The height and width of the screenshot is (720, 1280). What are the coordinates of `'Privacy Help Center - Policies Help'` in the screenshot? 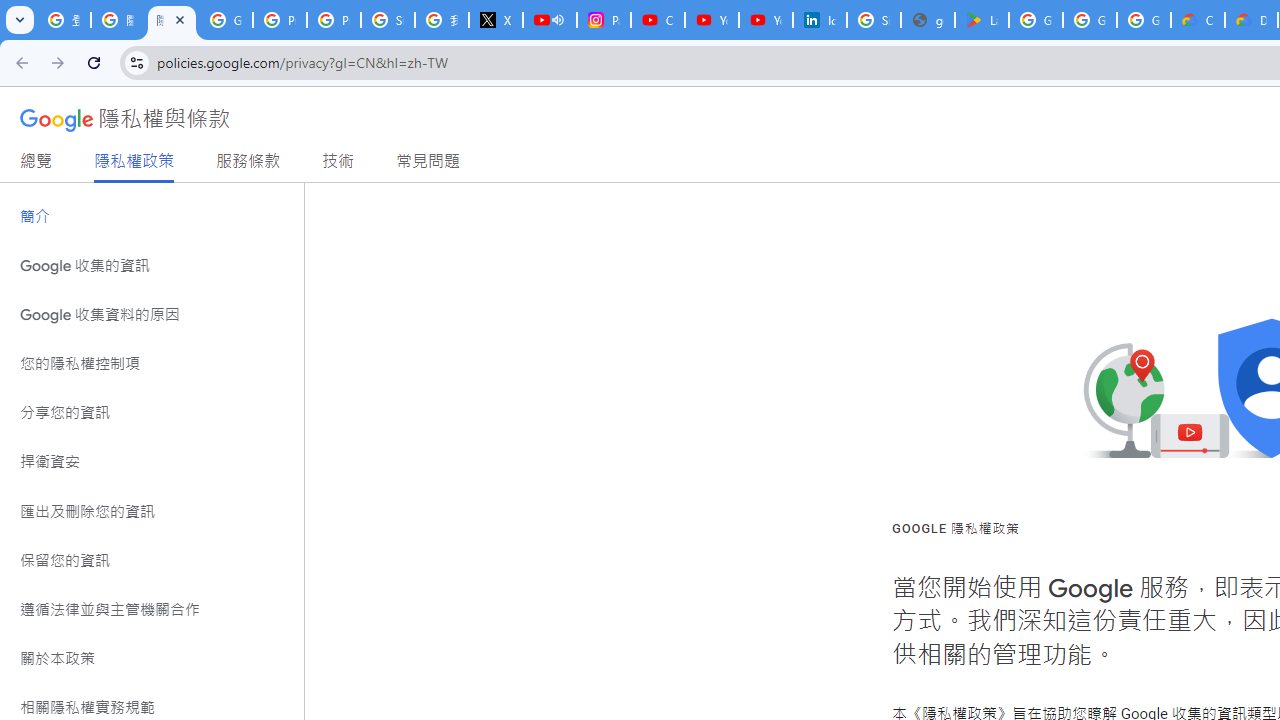 It's located at (279, 20).